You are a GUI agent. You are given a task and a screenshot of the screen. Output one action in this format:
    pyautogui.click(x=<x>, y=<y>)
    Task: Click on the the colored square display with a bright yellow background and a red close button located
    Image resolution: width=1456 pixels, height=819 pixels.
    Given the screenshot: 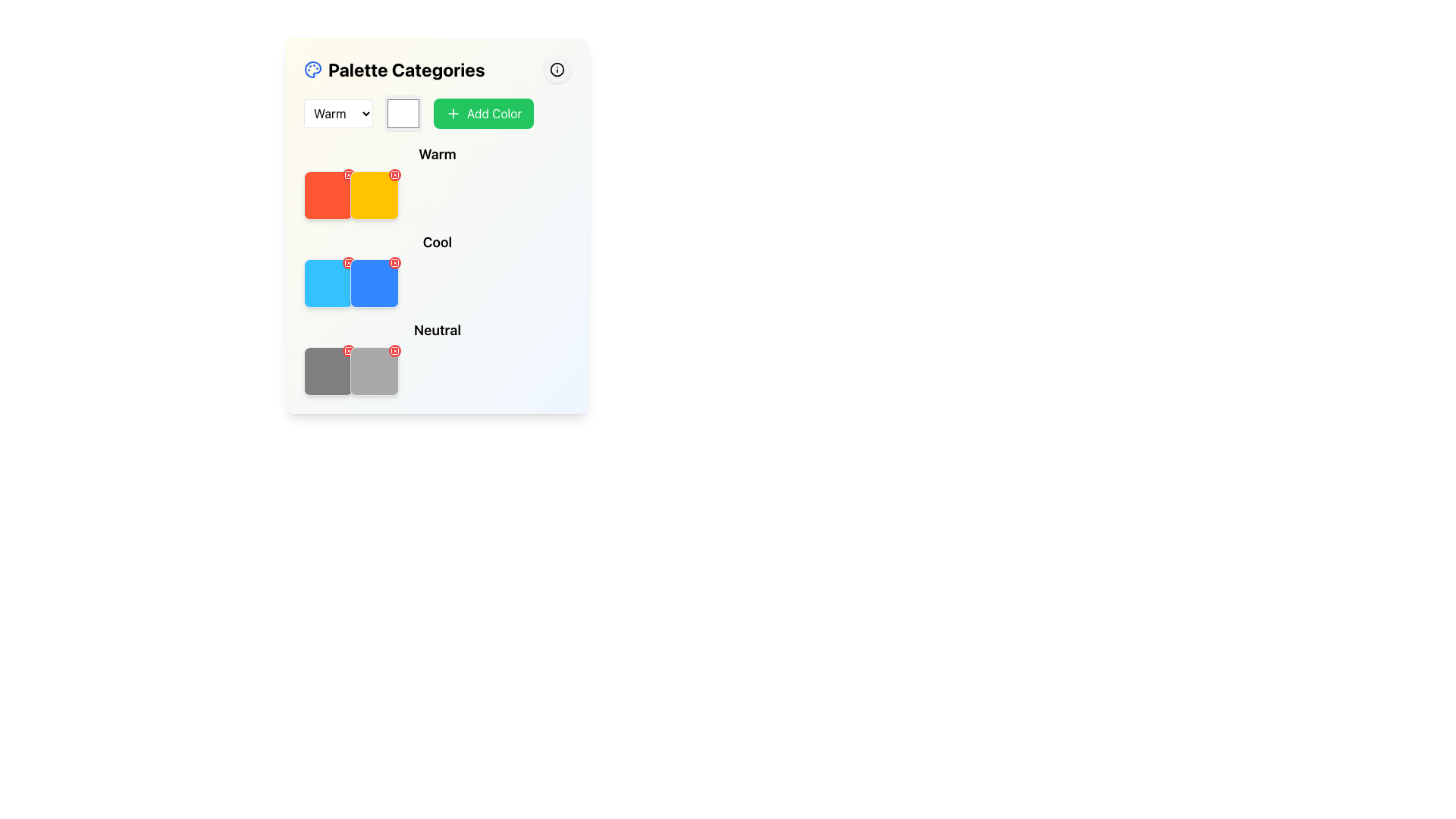 What is the action you would take?
    pyautogui.click(x=375, y=195)
    